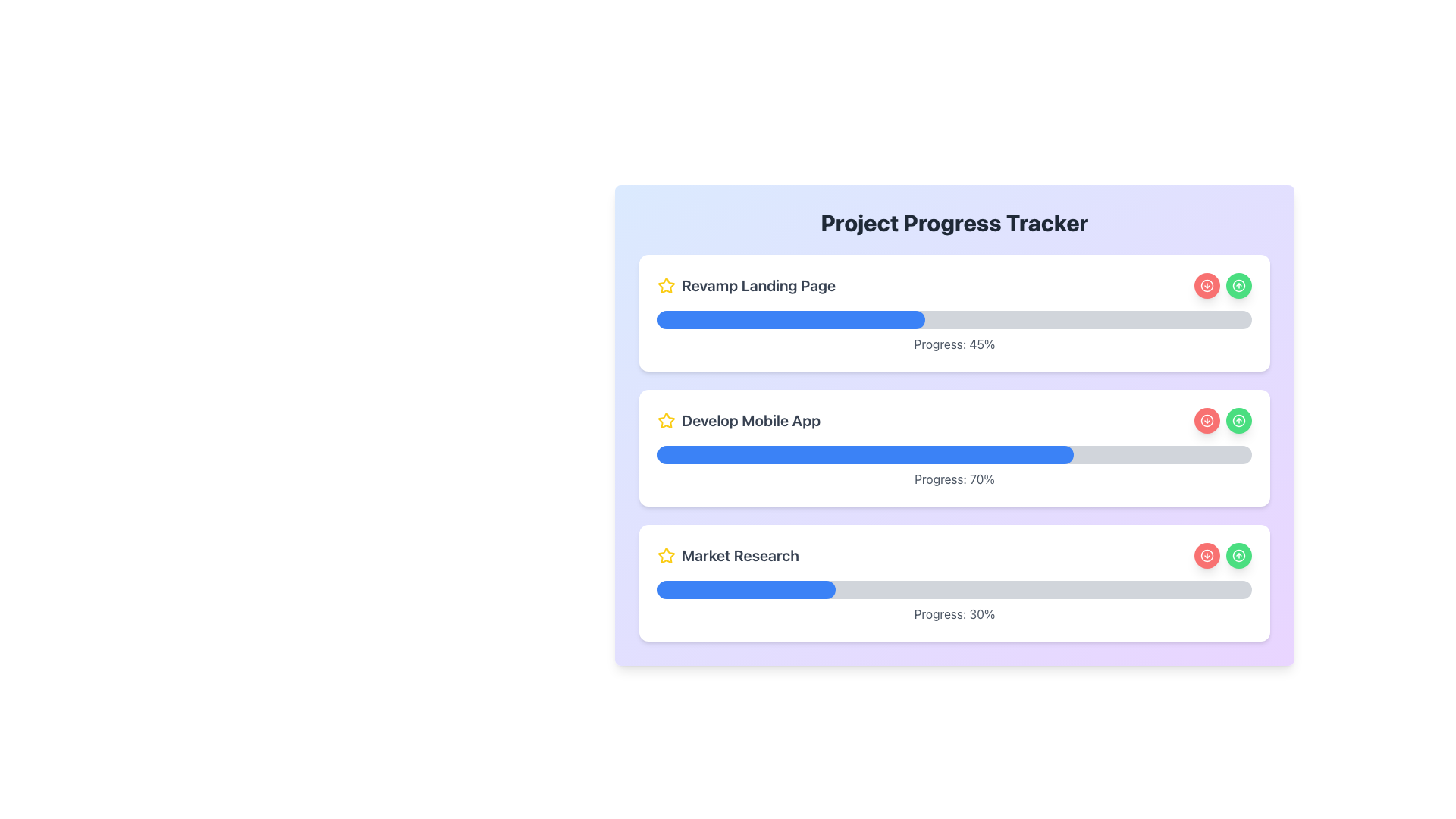  What do you see at coordinates (1207, 555) in the screenshot?
I see `the action button located to the right of the 'Market Research' progress bar` at bounding box center [1207, 555].